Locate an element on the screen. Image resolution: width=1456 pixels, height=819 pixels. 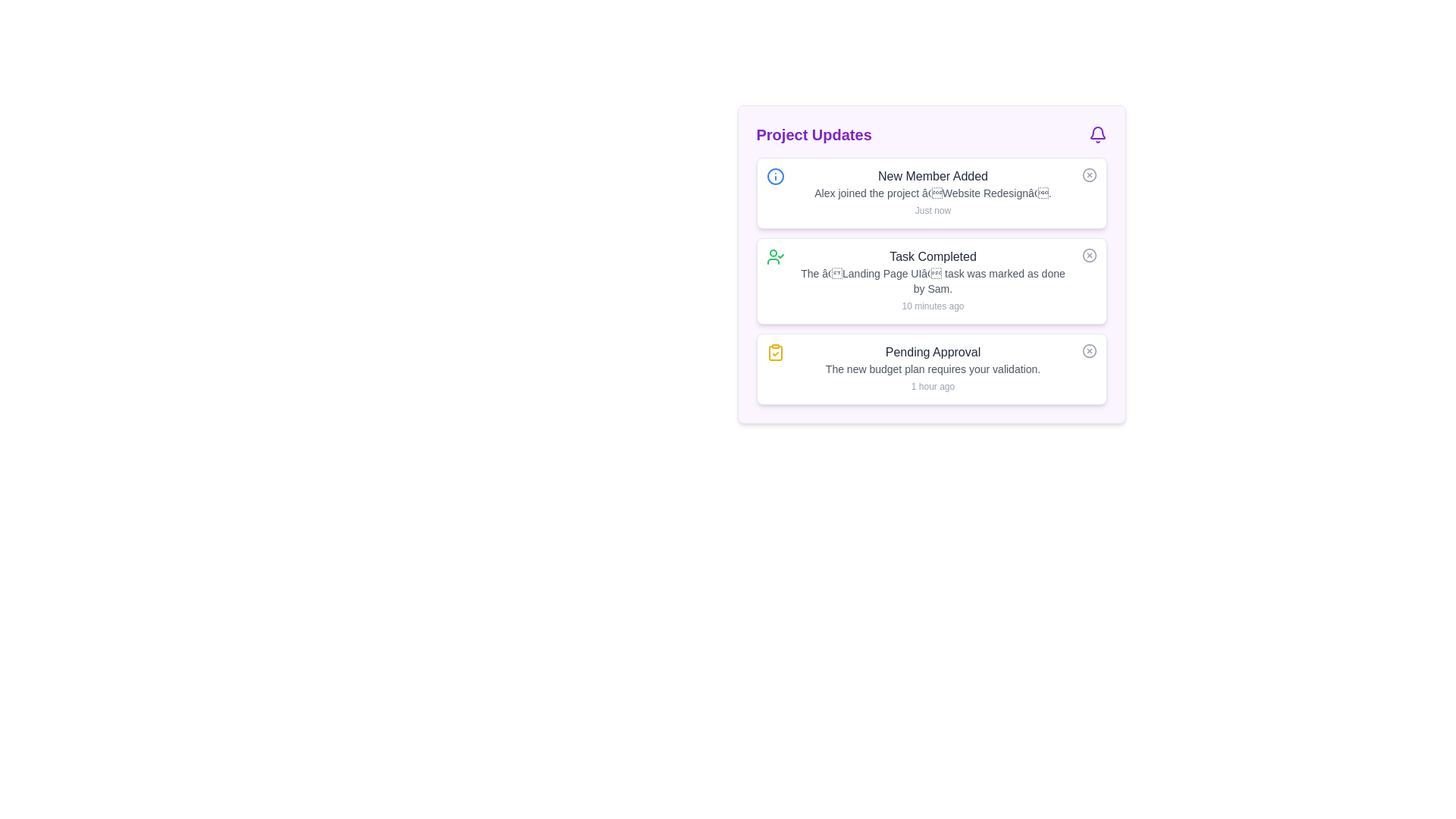
the 'Task Completed' label, which is displayed in a medium-sized, bold font with dark gray color, located at the top of the second notification card in the 'Project Updates' panel is located at coordinates (932, 256).